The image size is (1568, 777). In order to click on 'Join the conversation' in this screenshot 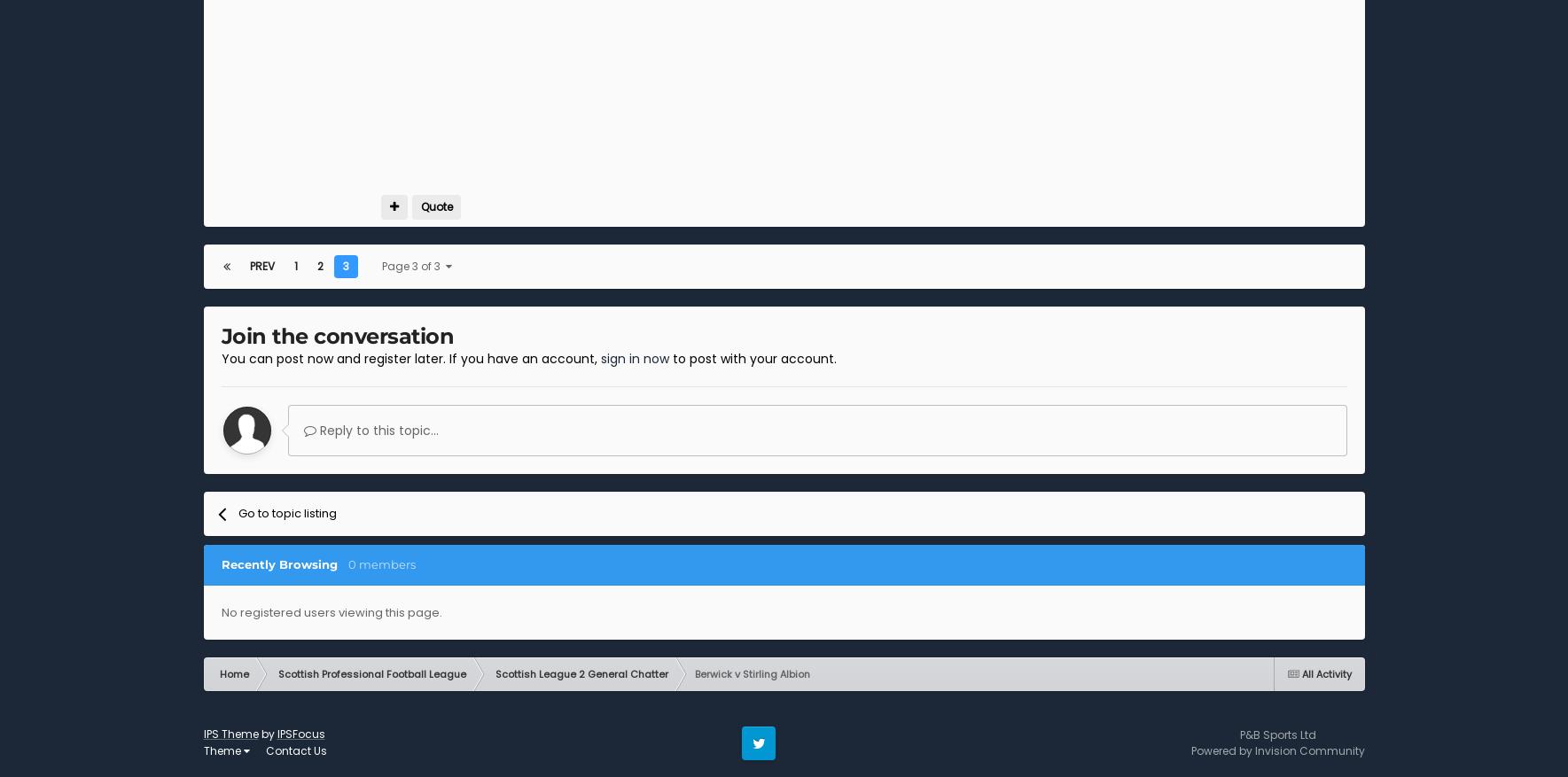, I will do `click(221, 335)`.